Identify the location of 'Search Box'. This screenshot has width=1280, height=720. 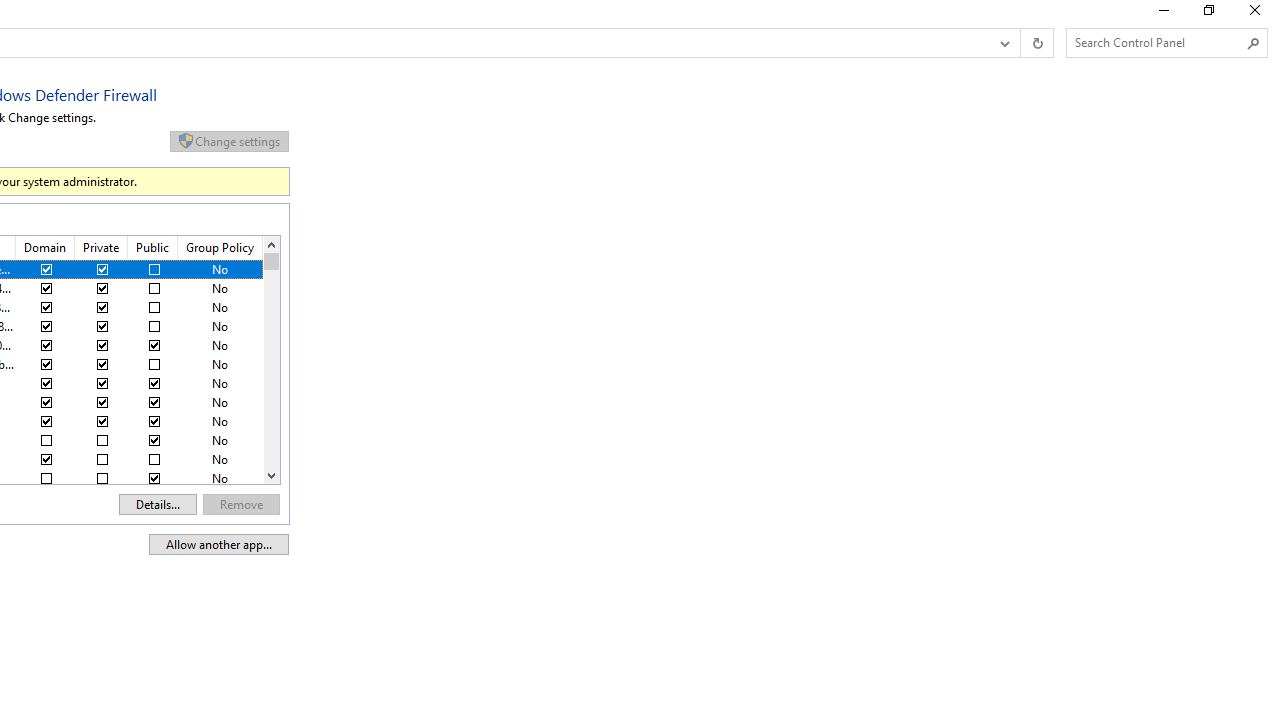
(1157, 42).